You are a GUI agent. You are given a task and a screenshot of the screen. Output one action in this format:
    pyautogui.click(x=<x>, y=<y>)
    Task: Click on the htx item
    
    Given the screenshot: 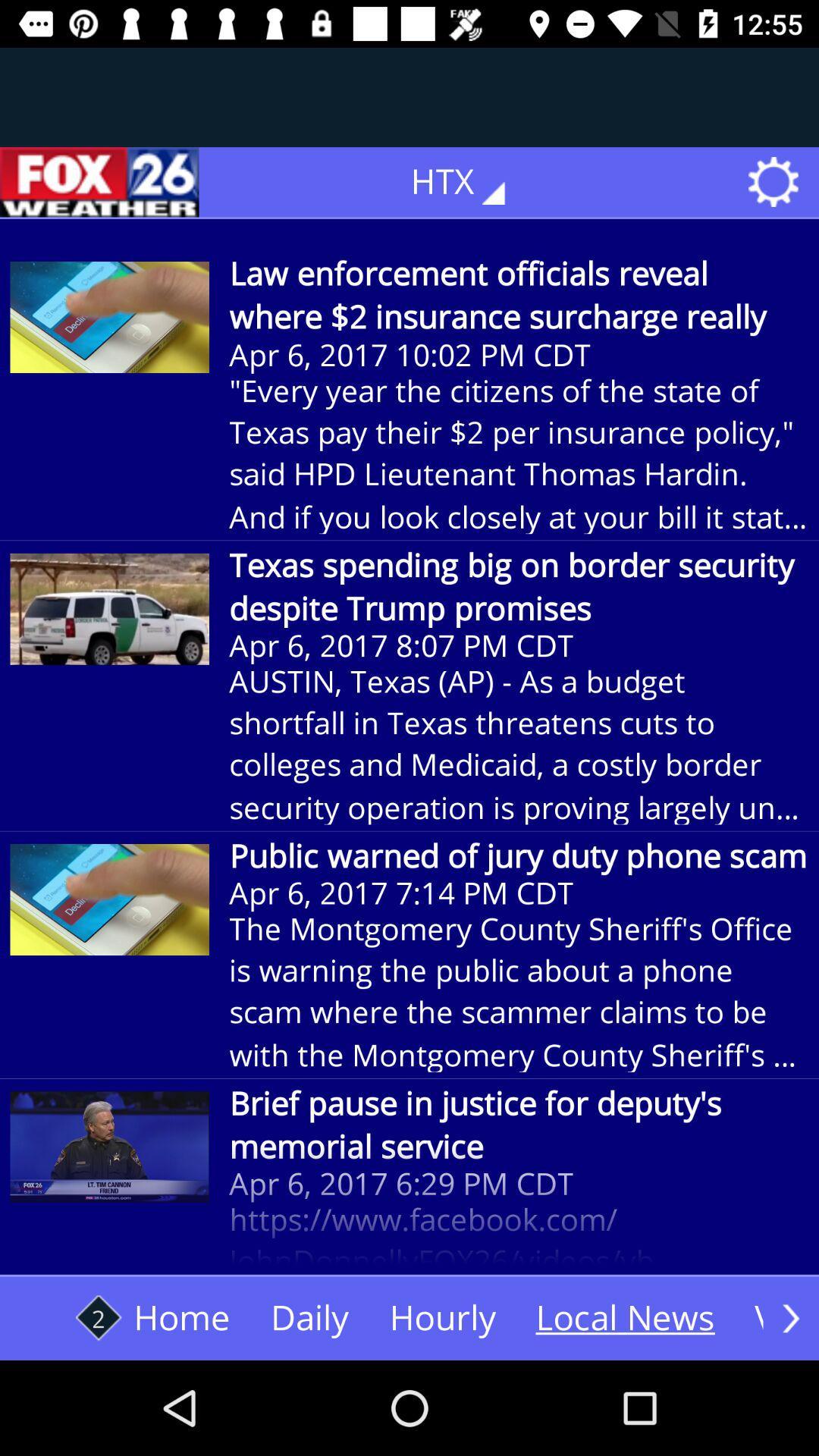 What is the action you would take?
    pyautogui.click(x=468, y=182)
    